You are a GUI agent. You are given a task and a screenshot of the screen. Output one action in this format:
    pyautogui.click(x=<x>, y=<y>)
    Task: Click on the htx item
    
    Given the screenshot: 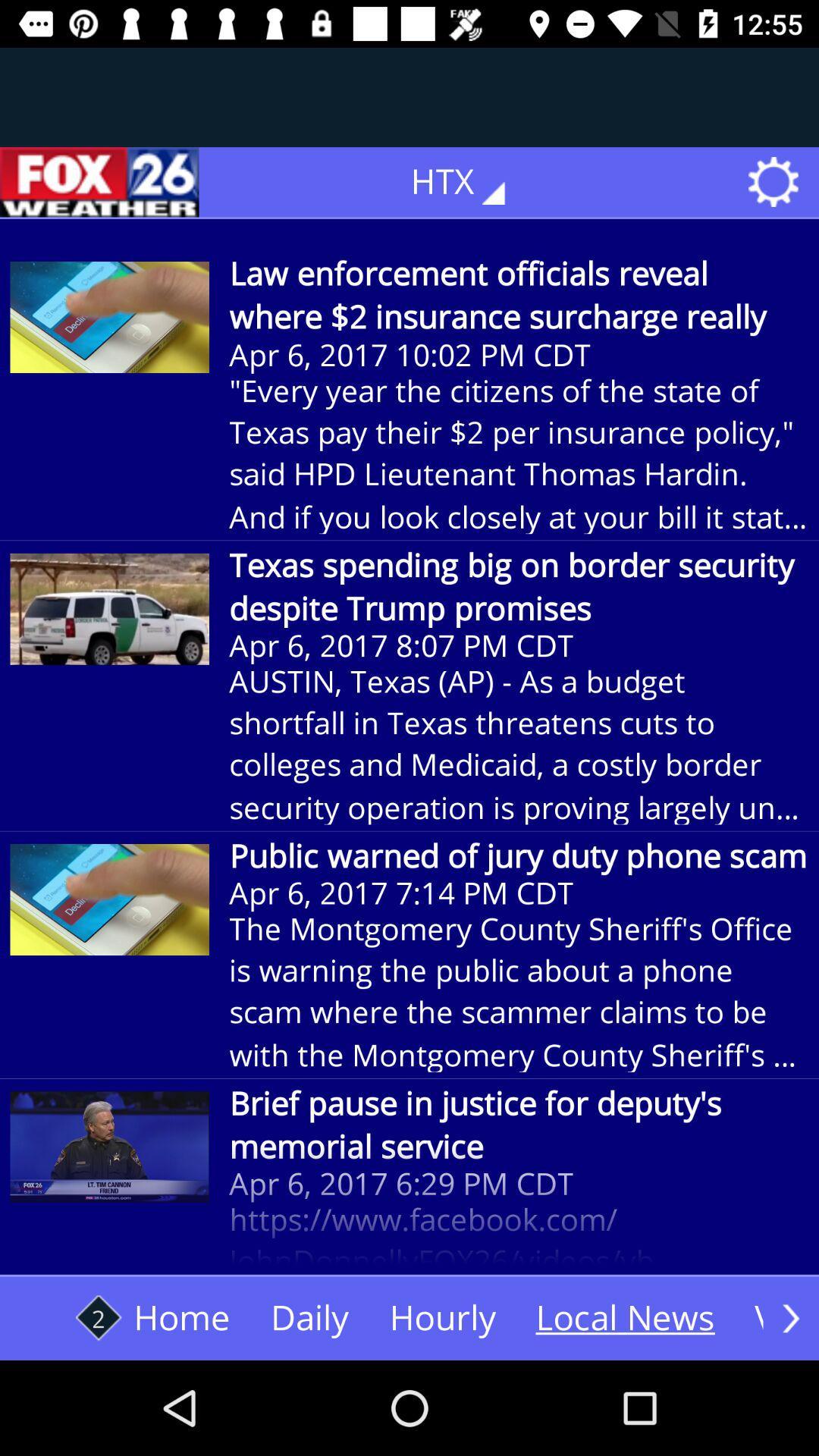 What is the action you would take?
    pyautogui.click(x=468, y=182)
    